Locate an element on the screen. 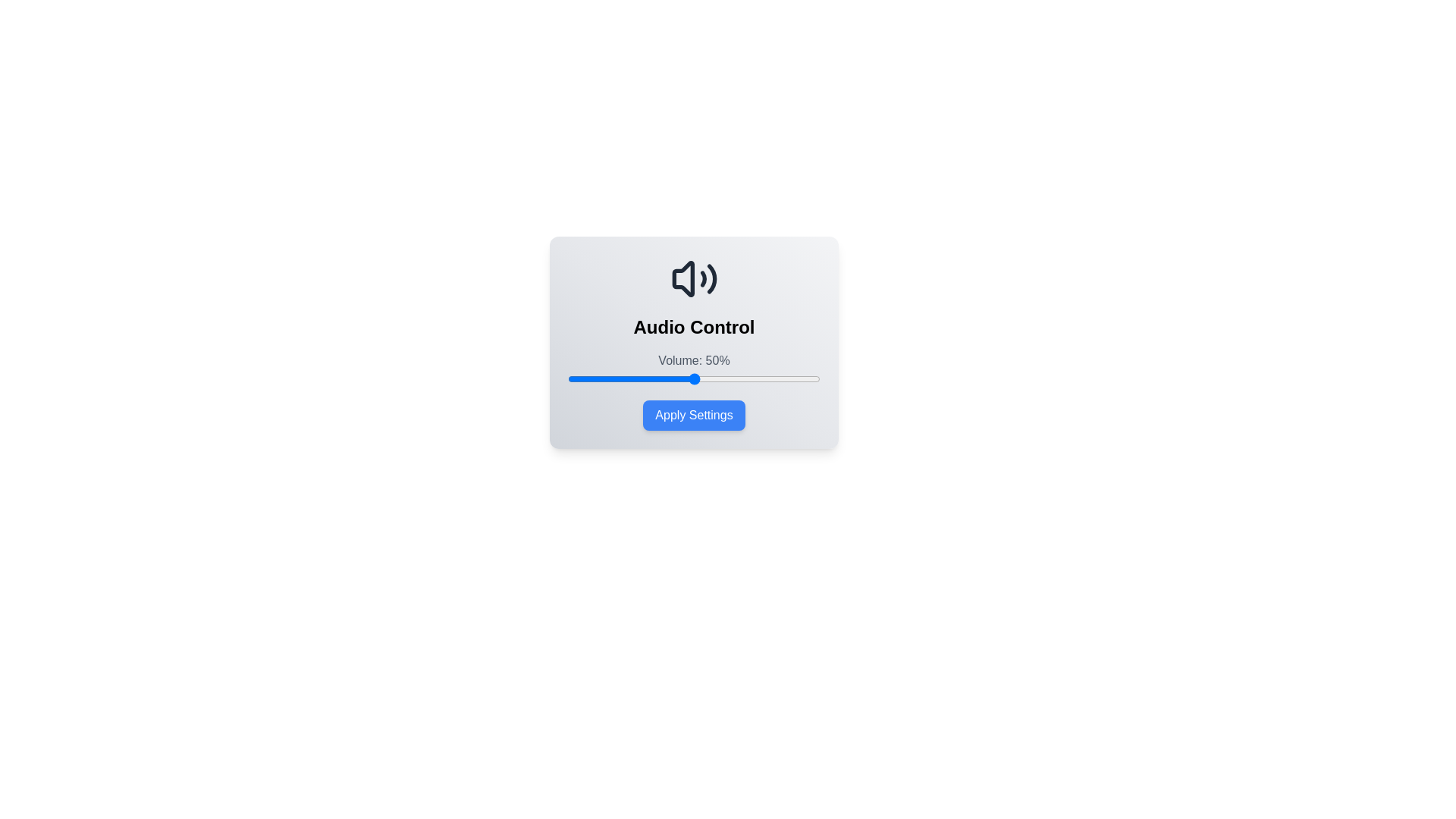  the slider is located at coordinates (732, 378).